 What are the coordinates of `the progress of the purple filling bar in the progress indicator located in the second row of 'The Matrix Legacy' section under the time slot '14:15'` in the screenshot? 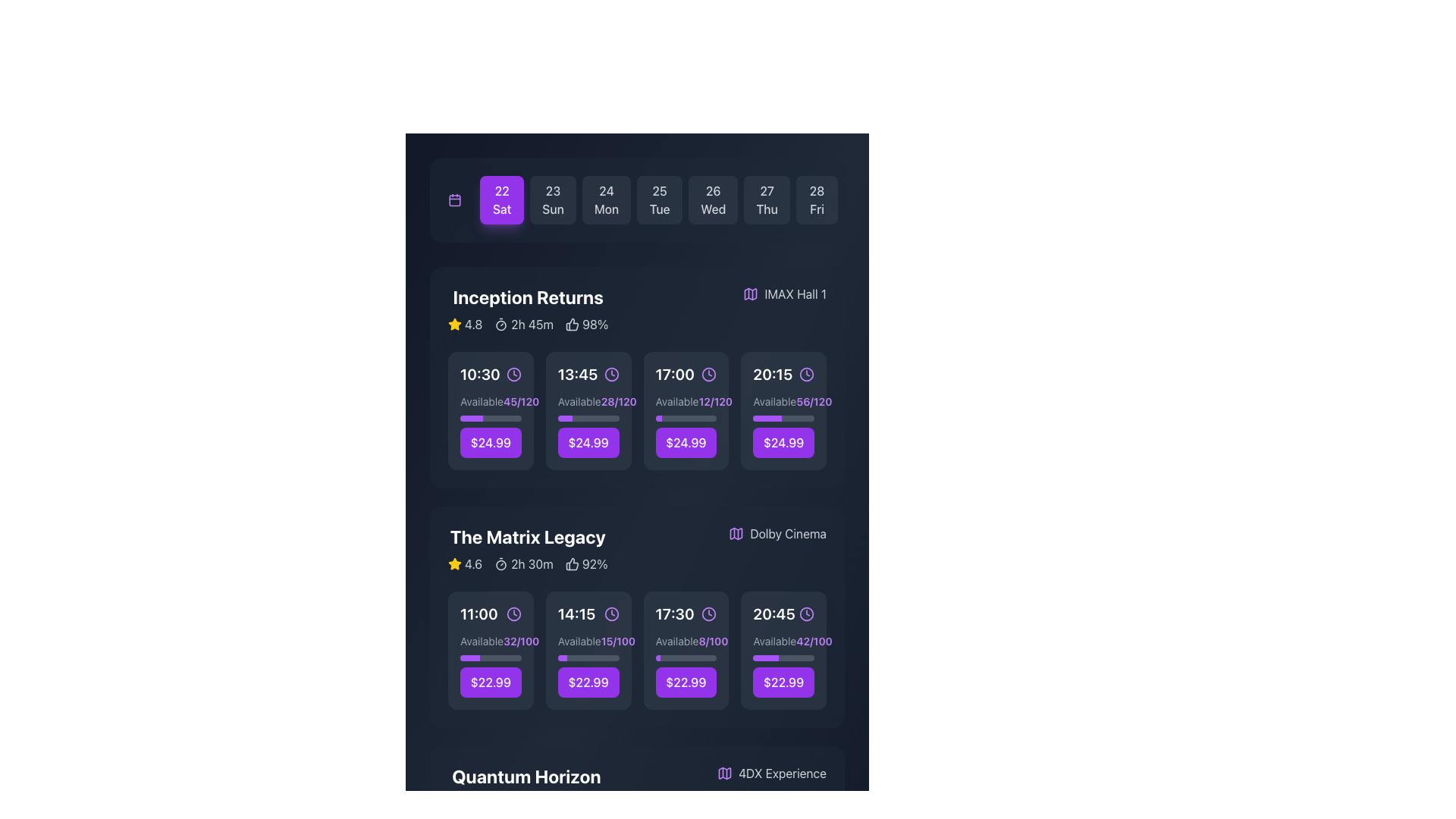 It's located at (588, 657).